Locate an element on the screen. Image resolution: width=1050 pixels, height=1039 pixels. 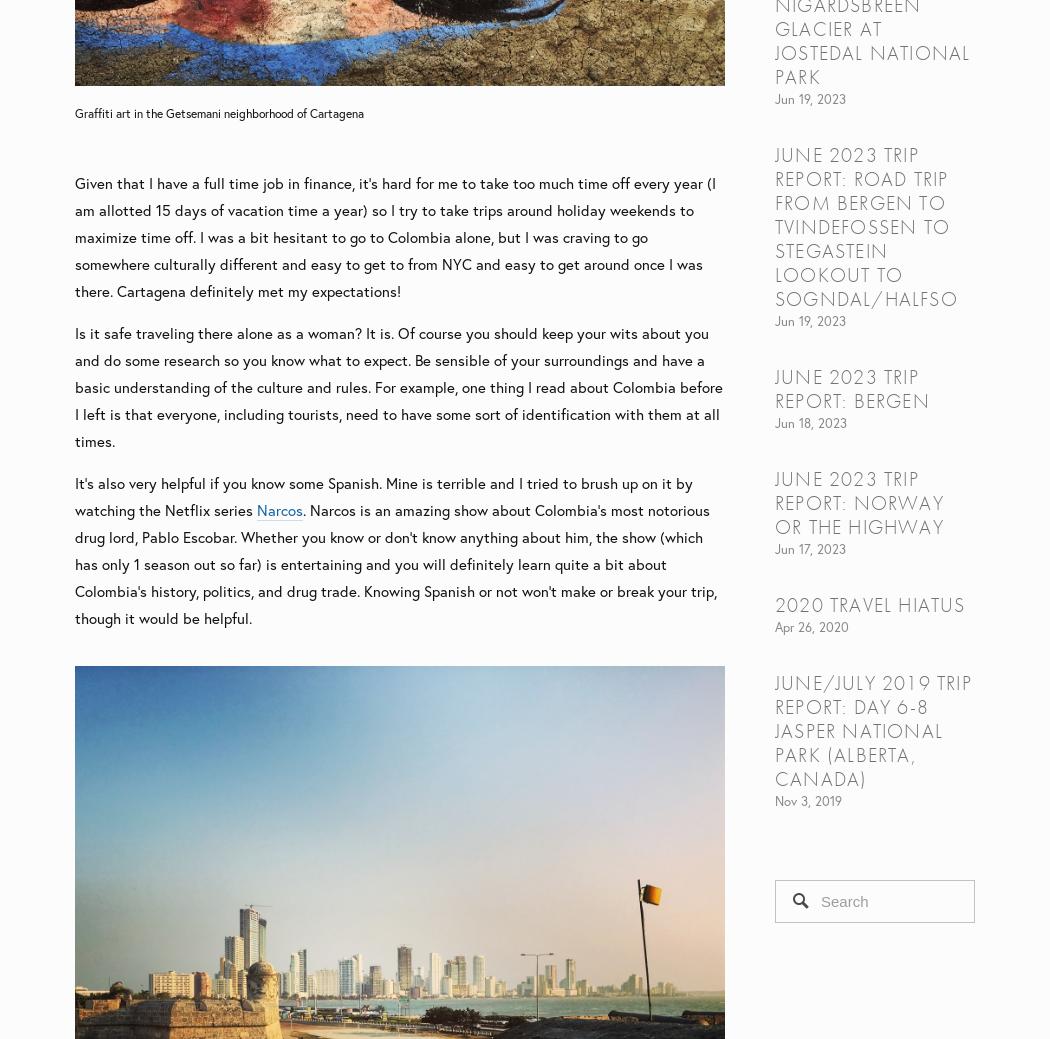
'June 2023 Trip Report: road trip from bergen to Tvindefossen to Stegastein lookout to Sogndal/halfso' is located at coordinates (775, 225).